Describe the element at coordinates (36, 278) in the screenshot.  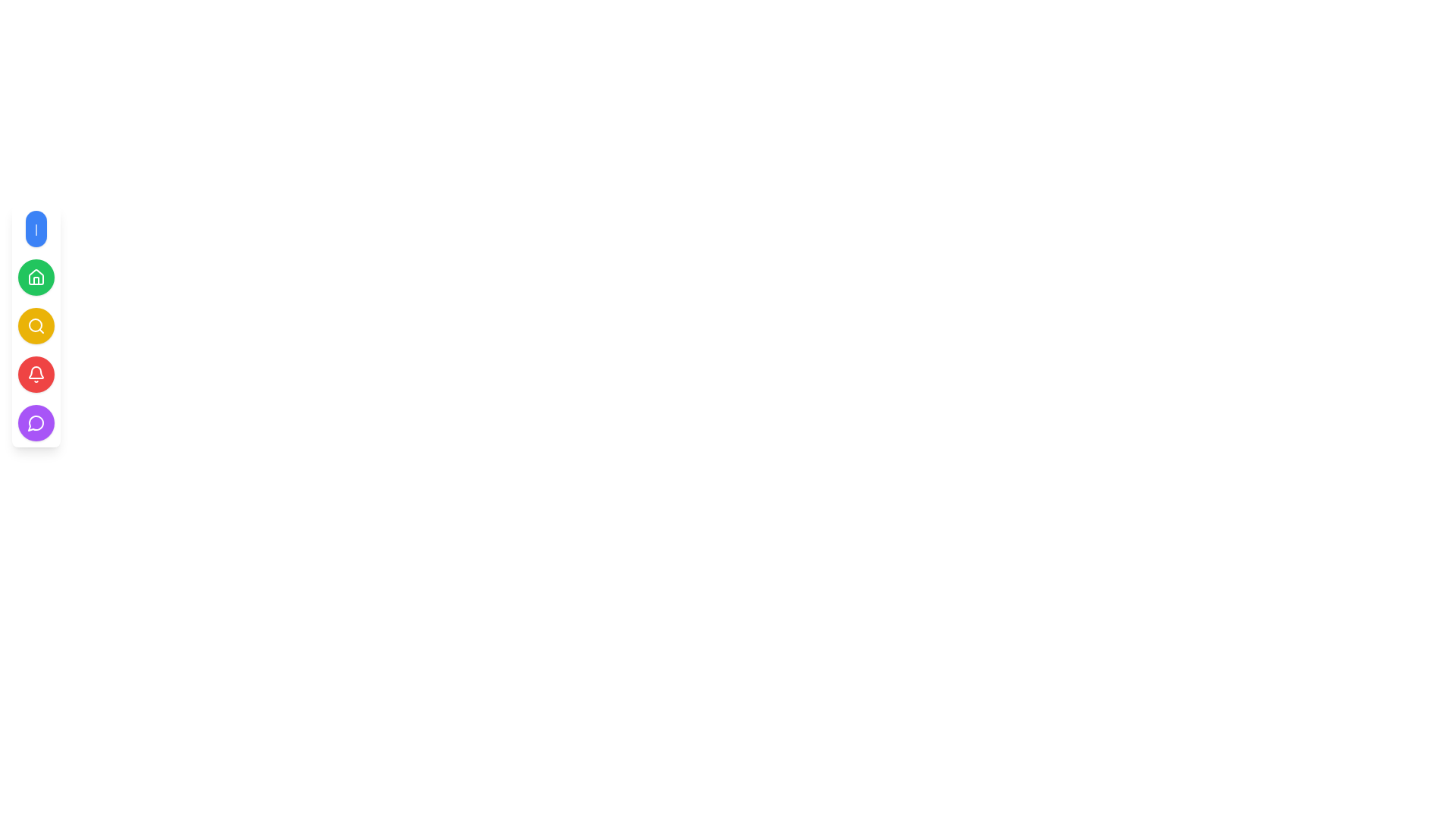
I see `the home icon button, which is a green circular button with a white outlined house icon, located below the blue circular button in the vertical navigation menu` at that location.